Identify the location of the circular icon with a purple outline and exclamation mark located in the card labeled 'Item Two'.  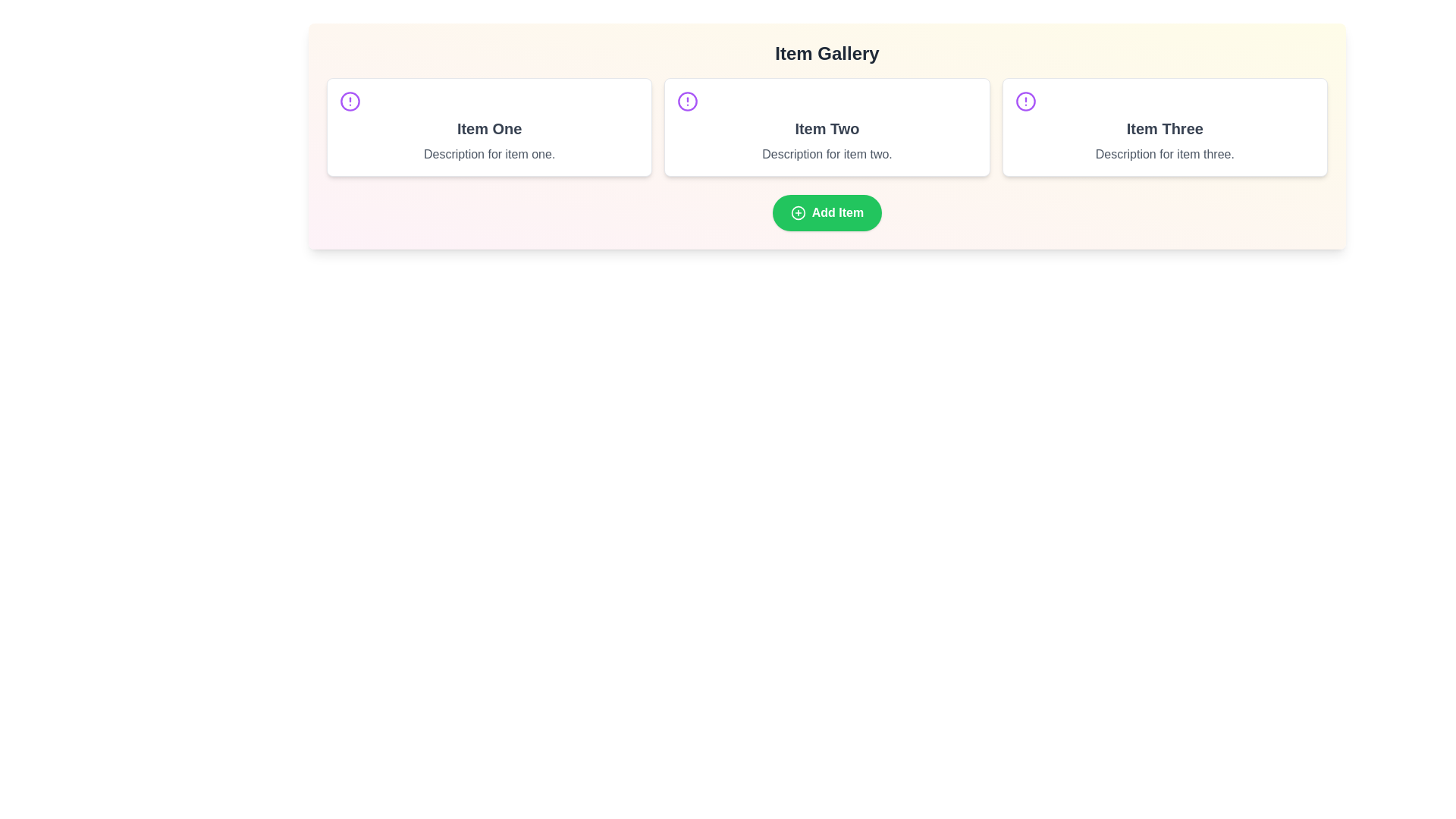
(687, 102).